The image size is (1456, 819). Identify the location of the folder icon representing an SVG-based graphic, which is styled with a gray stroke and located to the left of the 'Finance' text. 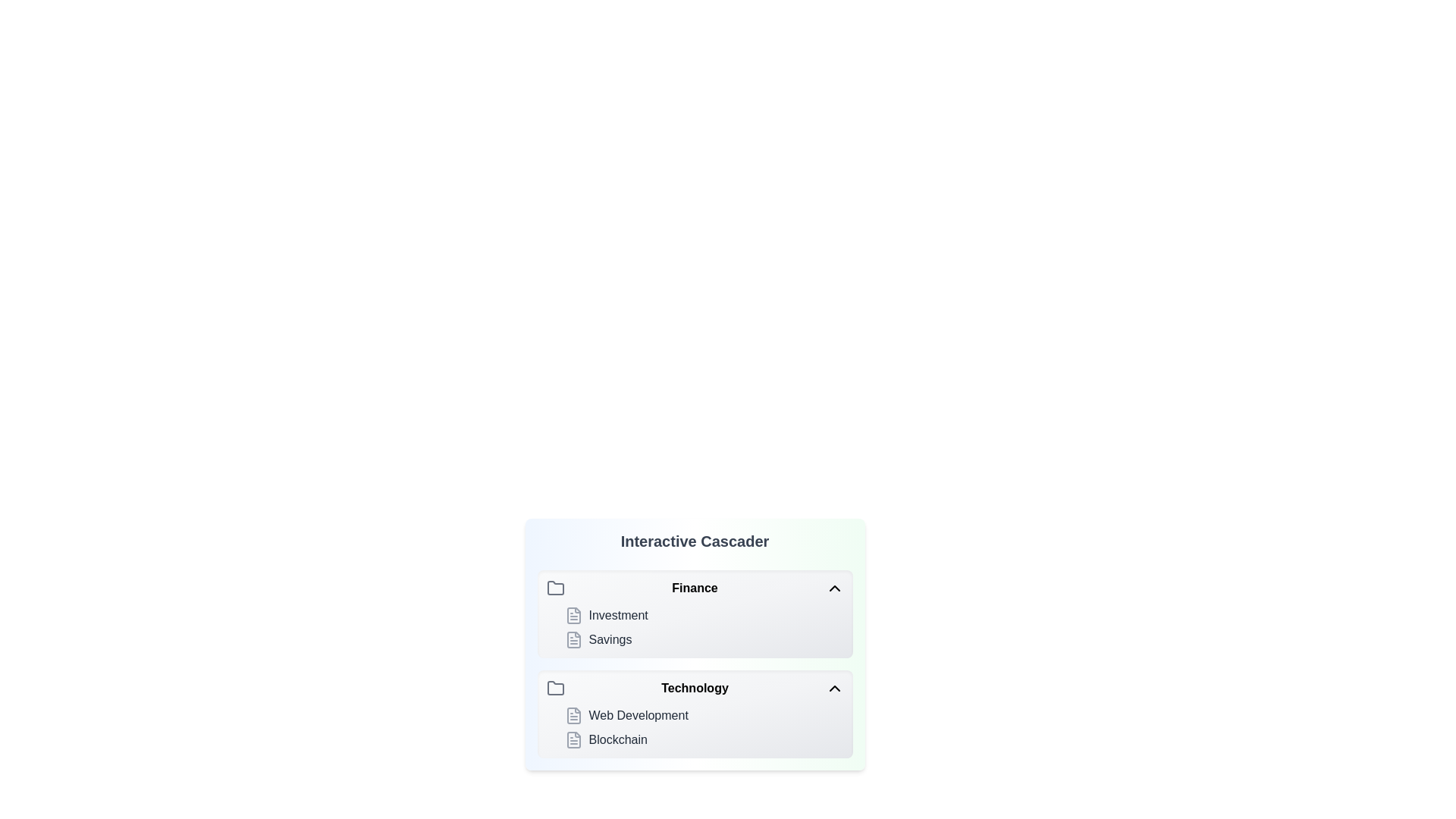
(554, 587).